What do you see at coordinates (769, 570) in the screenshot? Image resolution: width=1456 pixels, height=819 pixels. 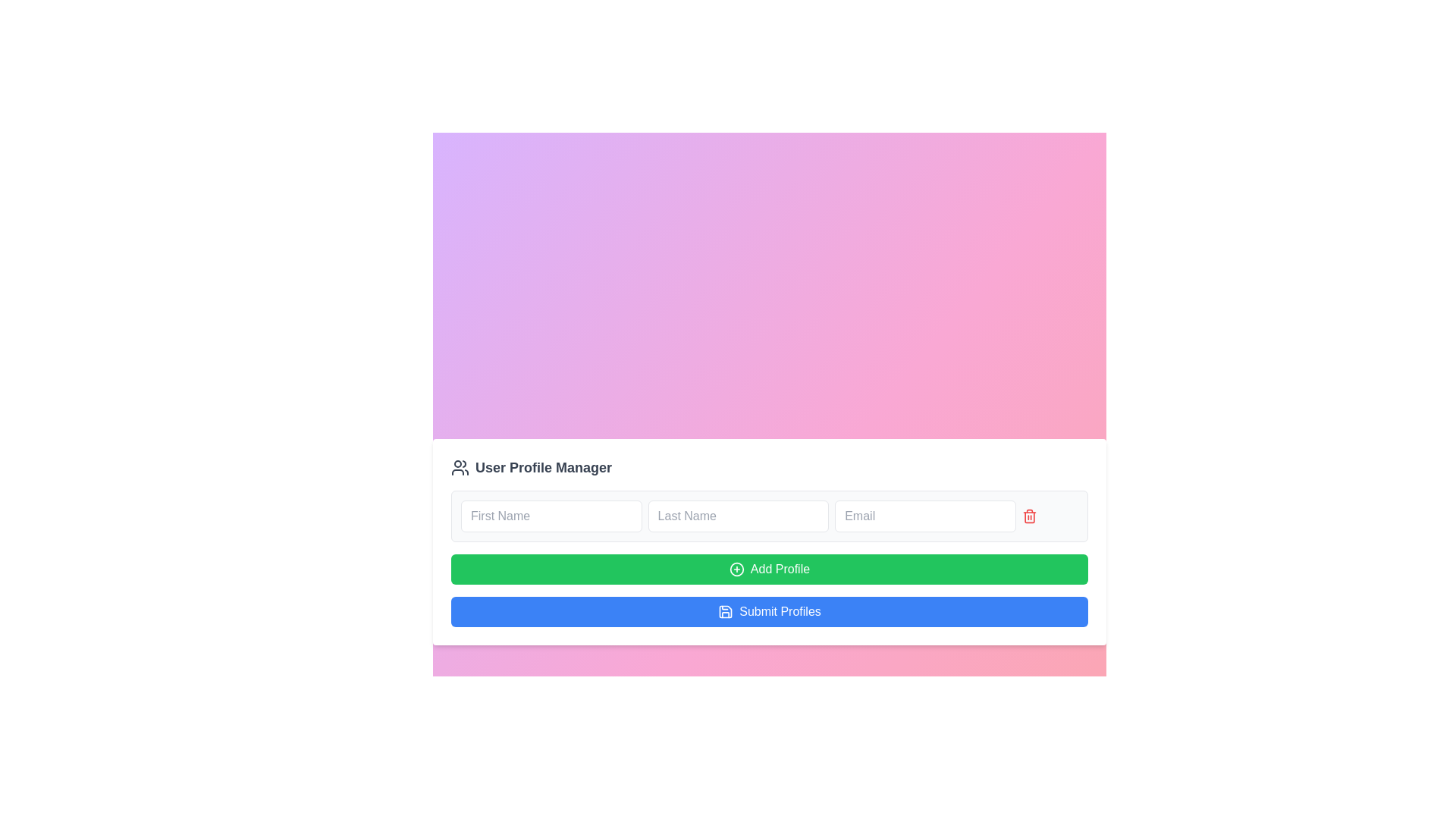 I see `the green rectangular button labeled 'Add Profile' with a plus-circle icon` at bounding box center [769, 570].